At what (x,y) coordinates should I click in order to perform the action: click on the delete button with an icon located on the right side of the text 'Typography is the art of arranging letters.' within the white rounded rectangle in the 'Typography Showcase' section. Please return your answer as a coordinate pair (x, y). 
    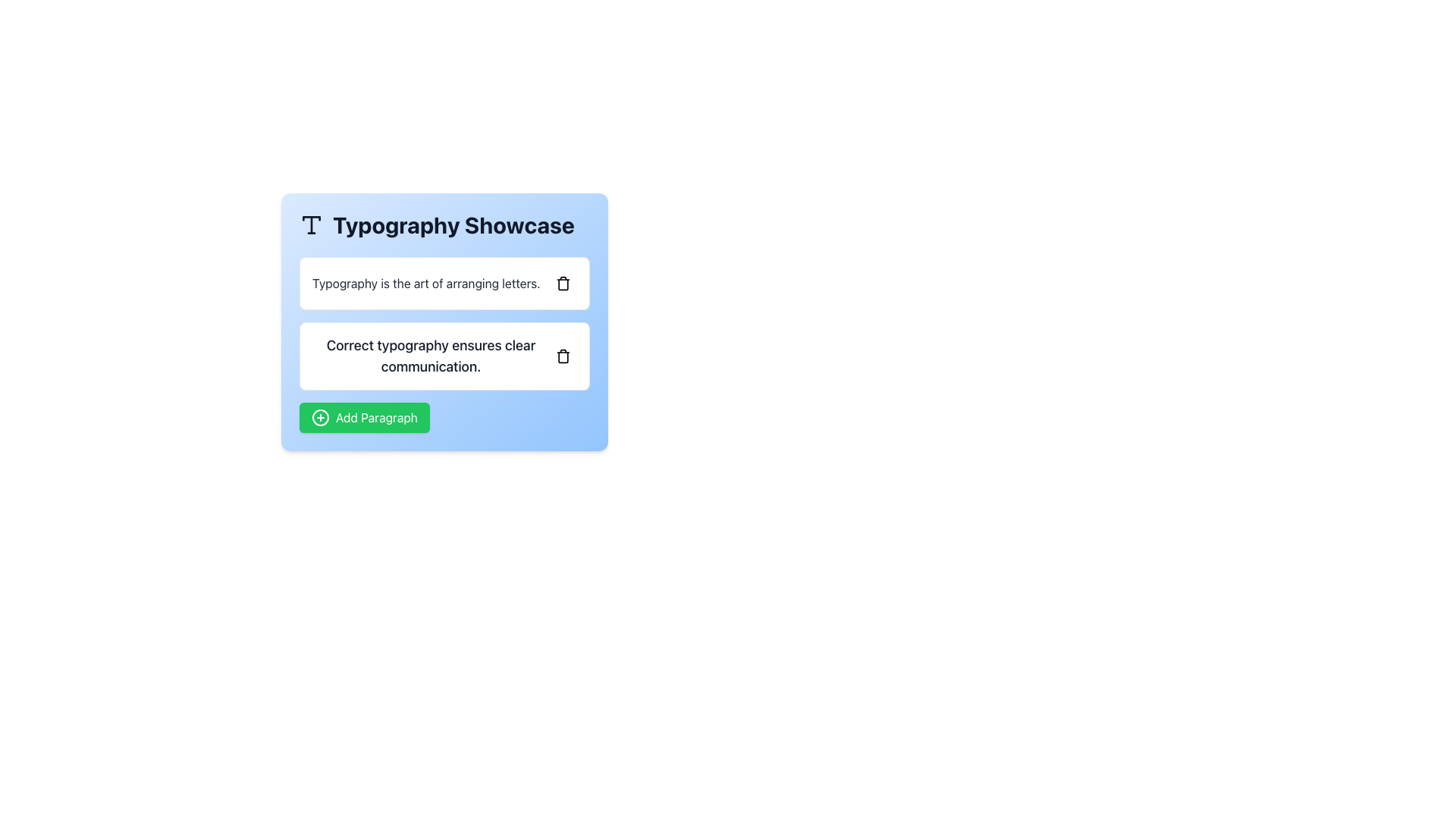
    Looking at the image, I should click on (563, 284).